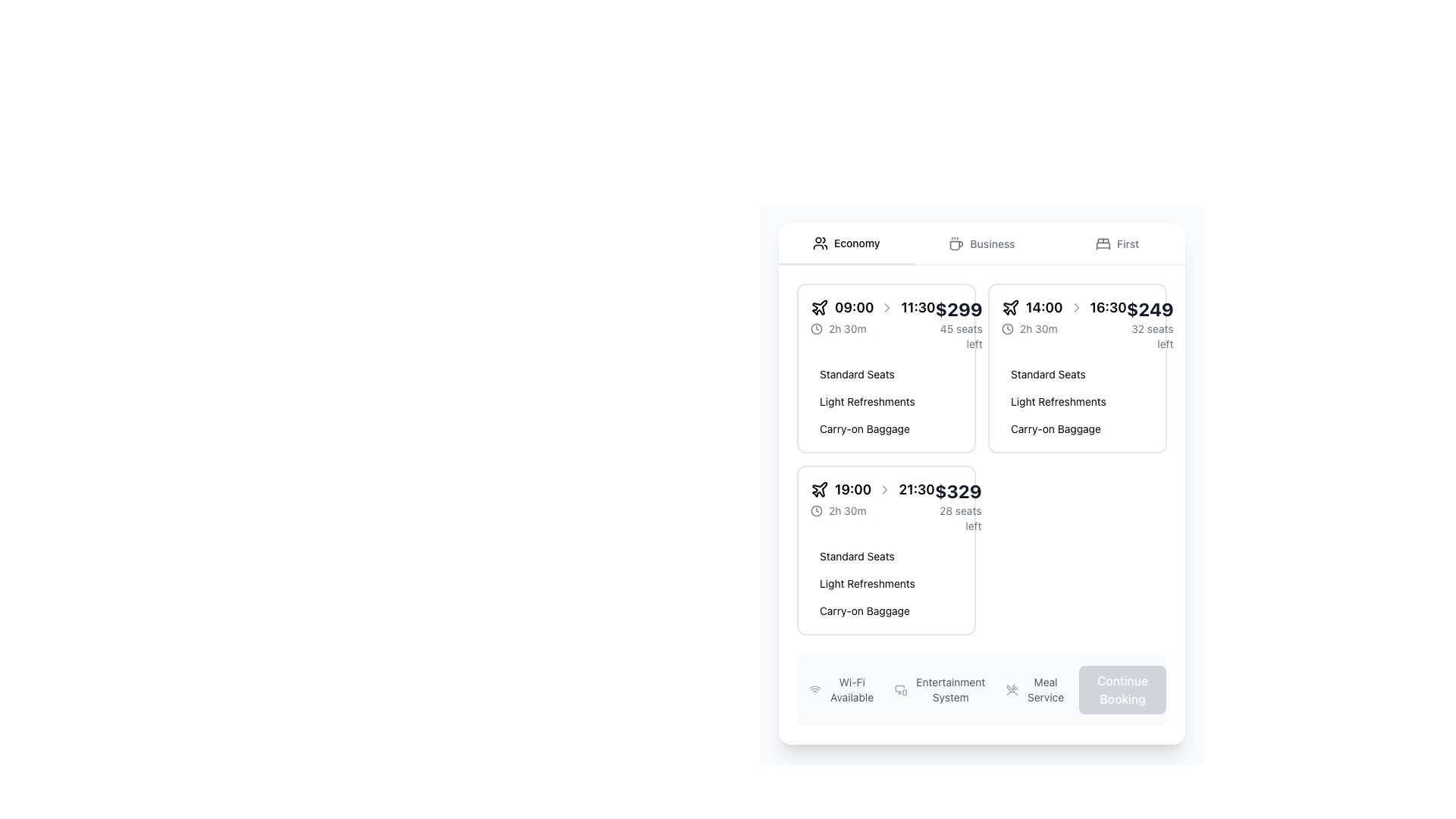 The height and width of the screenshot is (819, 1456). What do you see at coordinates (886, 400) in the screenshot?
I see `the Information list displaying amenities, which includes the labels 'Standard Seats,' 'Light Refreshments,' and 'Carry-on Baggage,' located at the bottom of the flight selection card` at bounding box center [886, 400].